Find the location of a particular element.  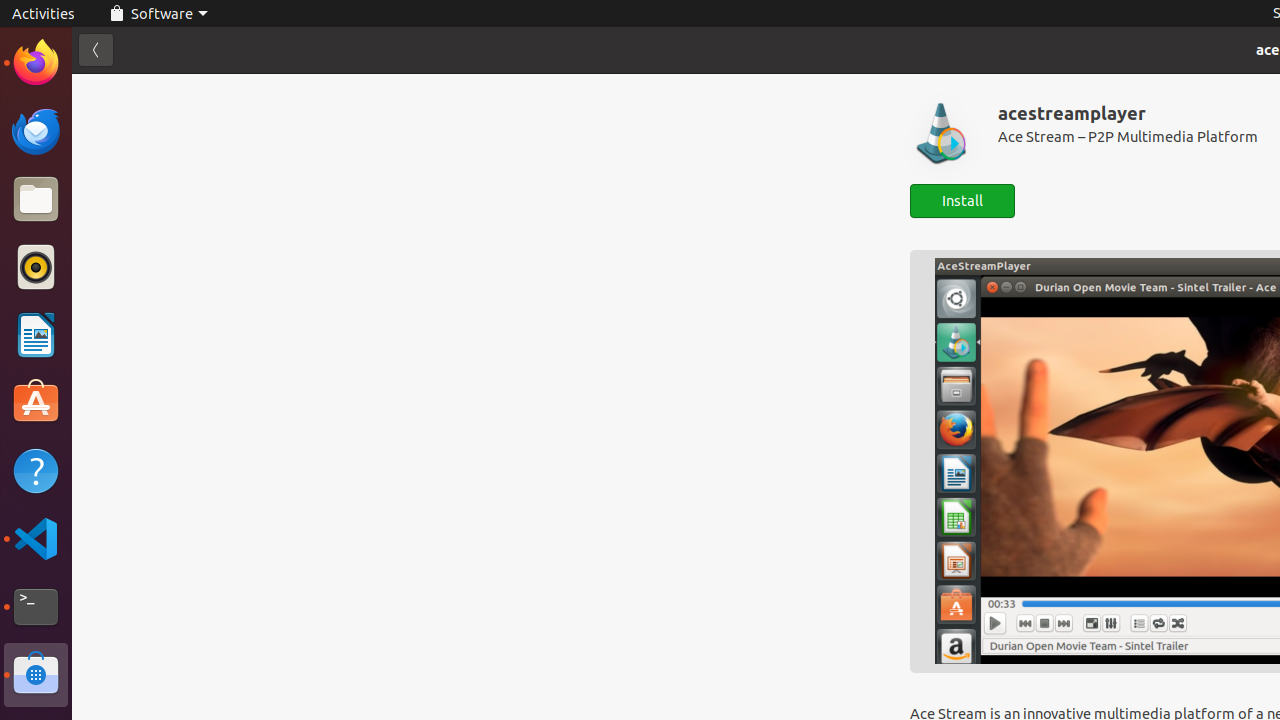

'Firefox Web Browser' is located at coordinates (35, 61).